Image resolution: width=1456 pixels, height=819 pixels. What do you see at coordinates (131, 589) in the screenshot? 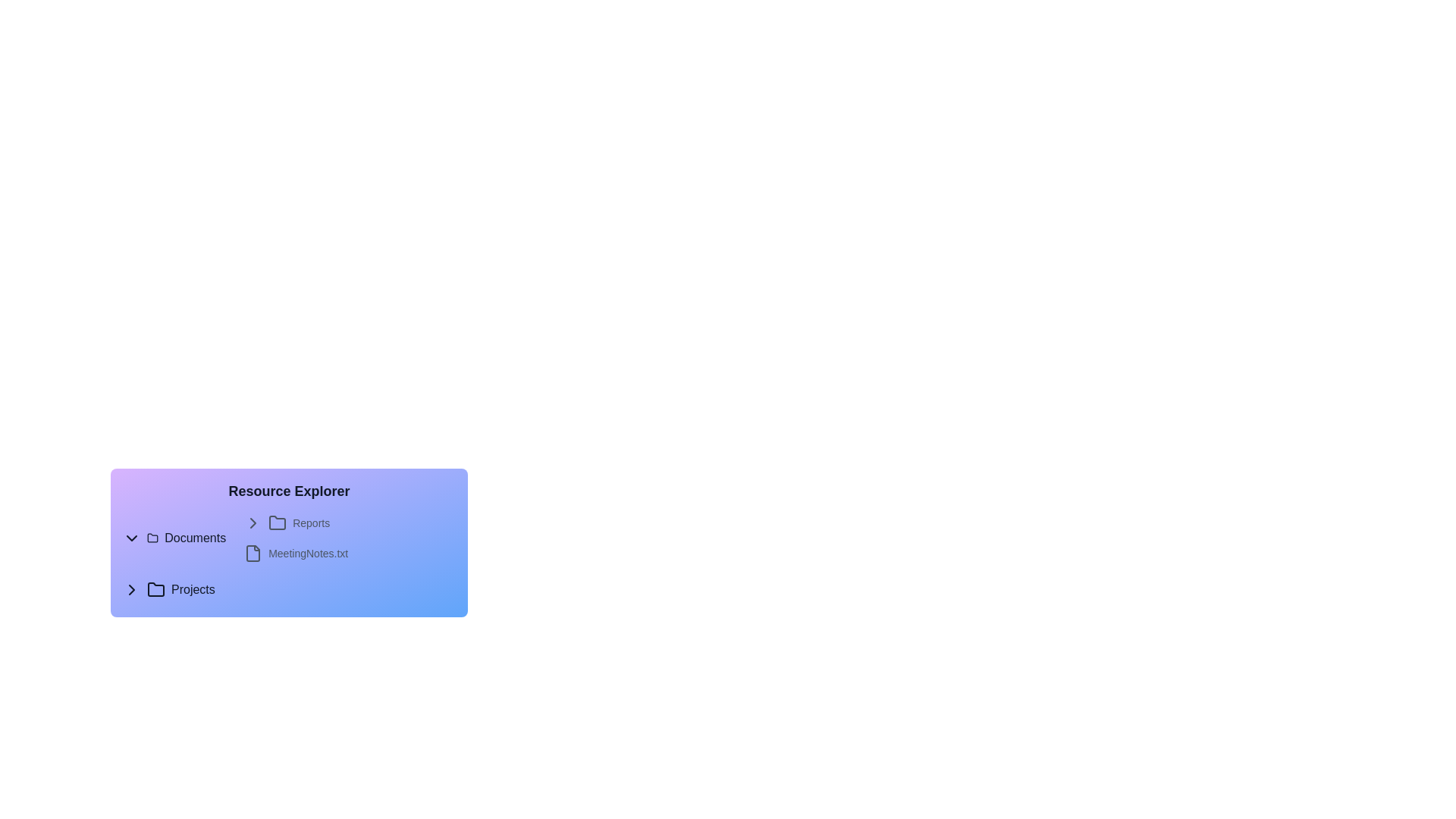
I see `the Chevron indicator located near the 'Reports' label in the blue gradient sidebar` at bounding box center [131, 589].